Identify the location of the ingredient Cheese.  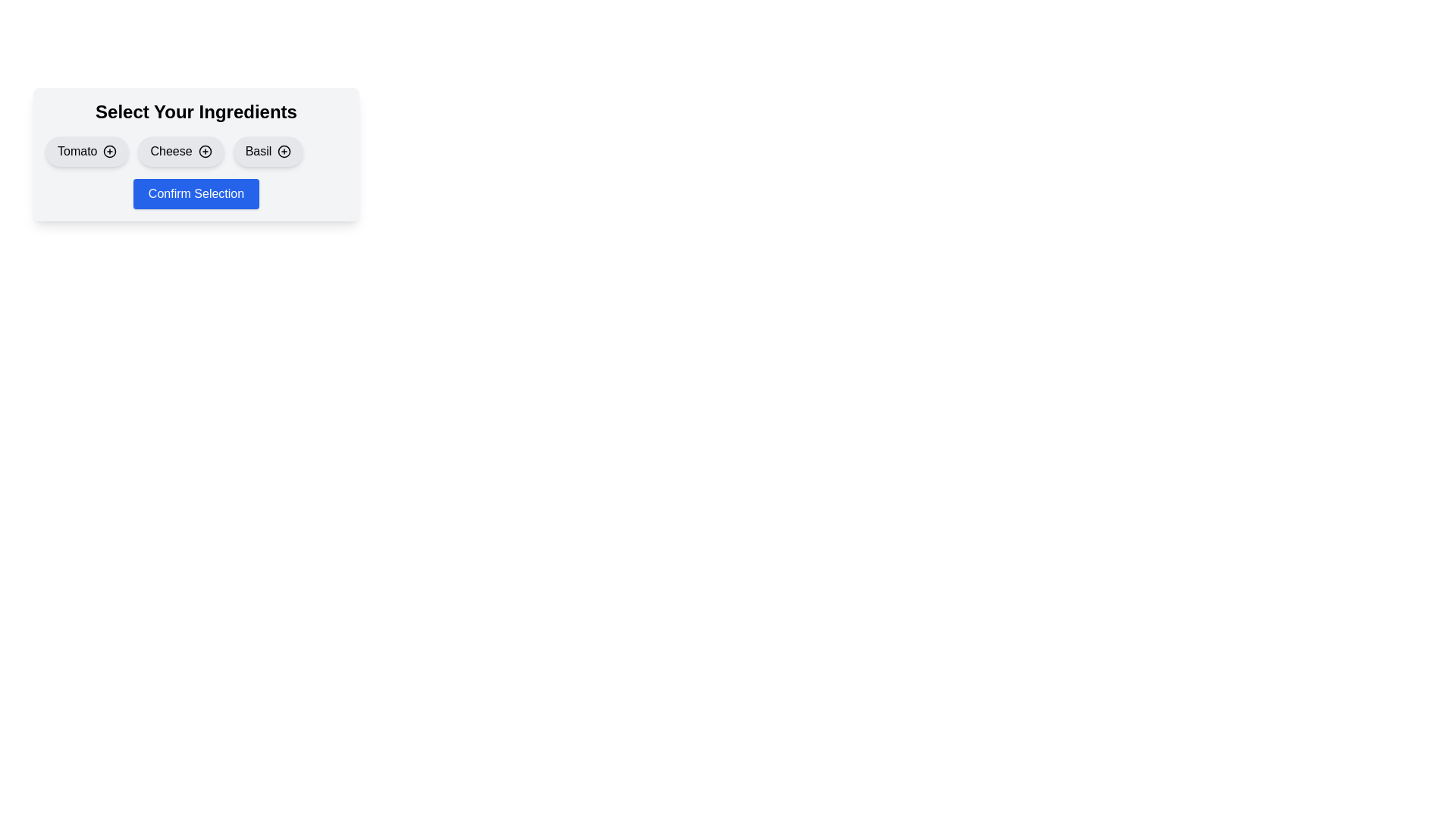
(181, 152).